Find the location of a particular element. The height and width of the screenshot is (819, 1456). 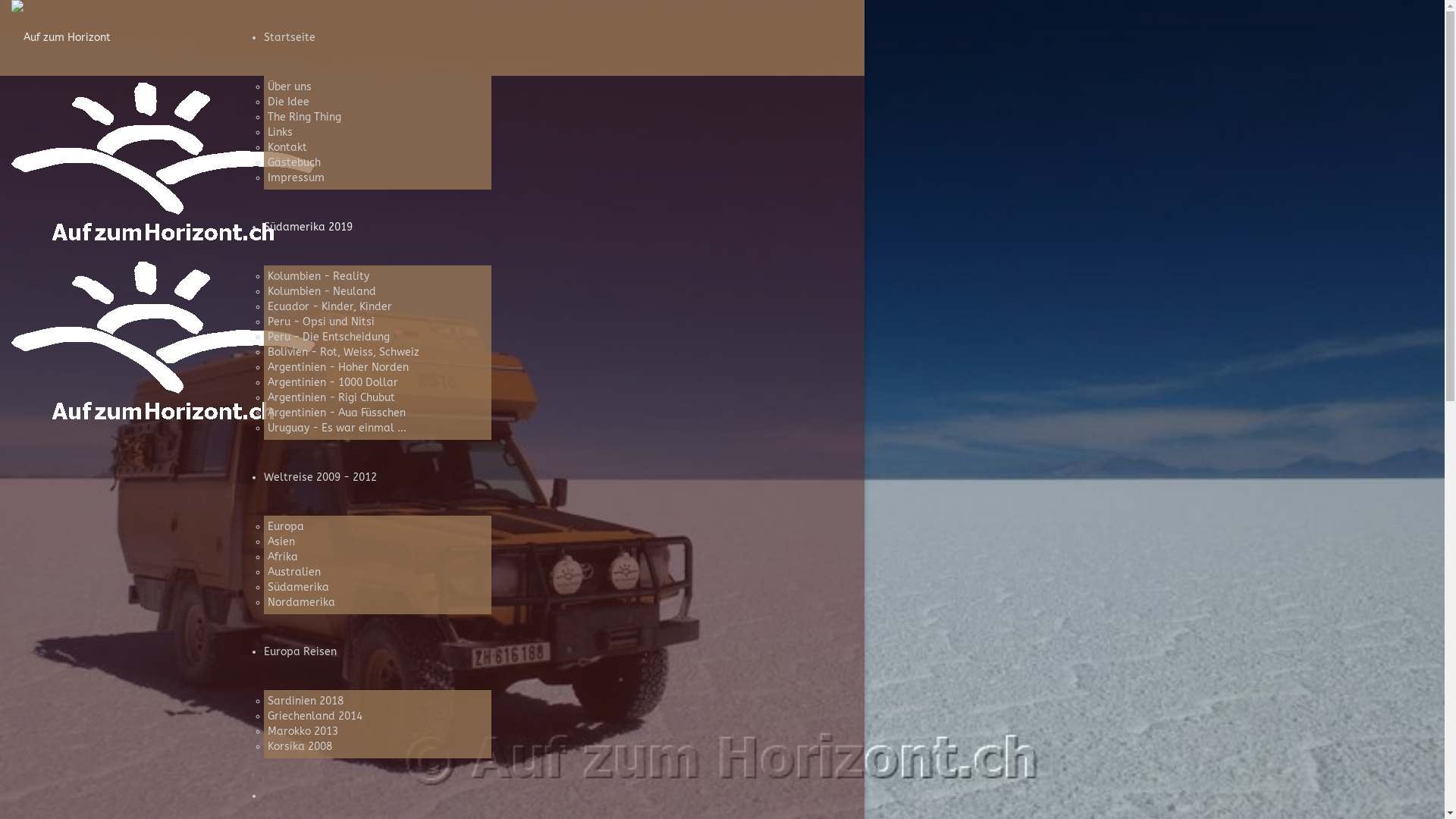

'Nordamerika' is located at coordinates (300, 601).